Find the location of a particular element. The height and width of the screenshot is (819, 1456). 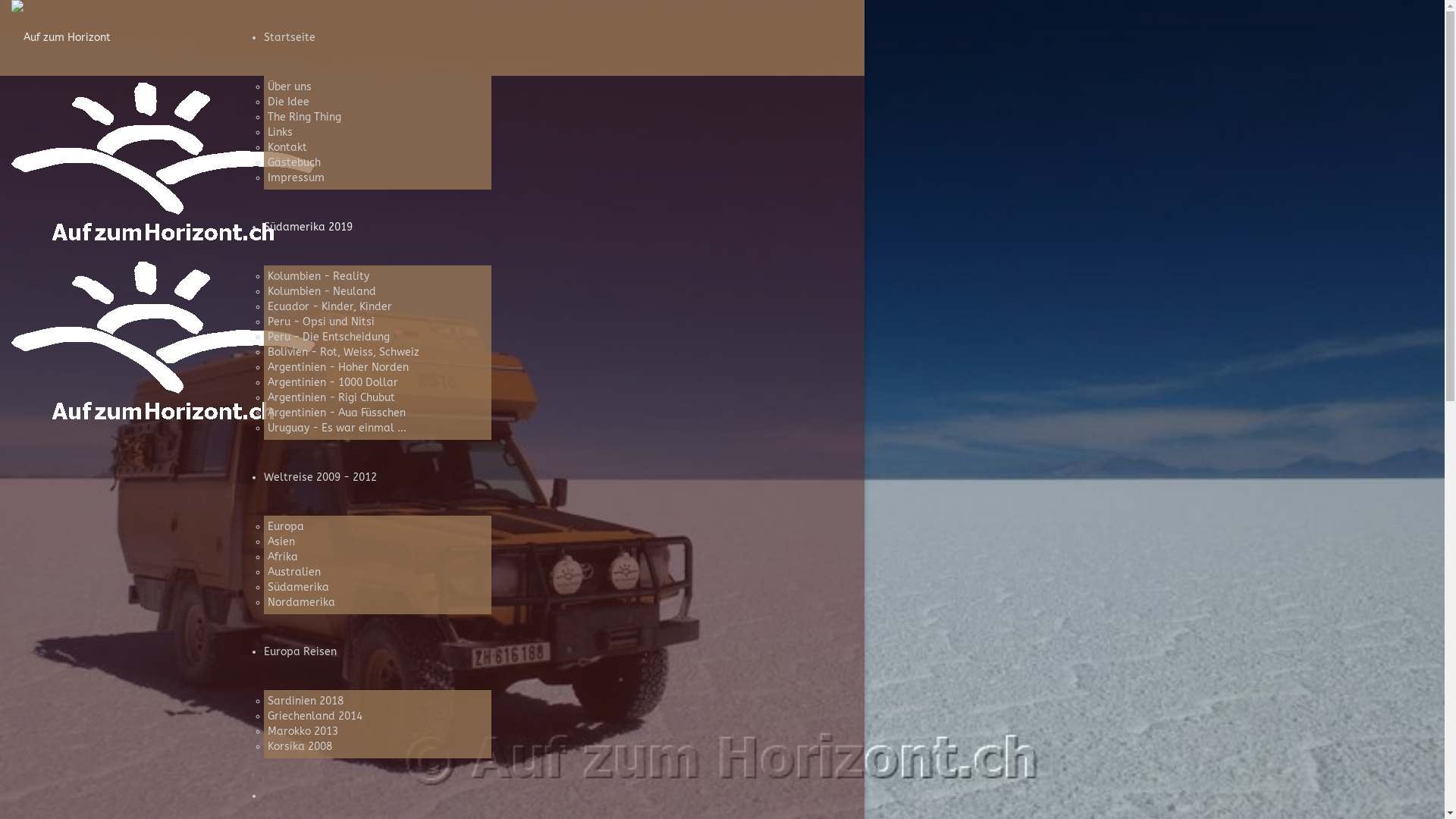

'Nordamerika' is located at coordinates (300, 601).